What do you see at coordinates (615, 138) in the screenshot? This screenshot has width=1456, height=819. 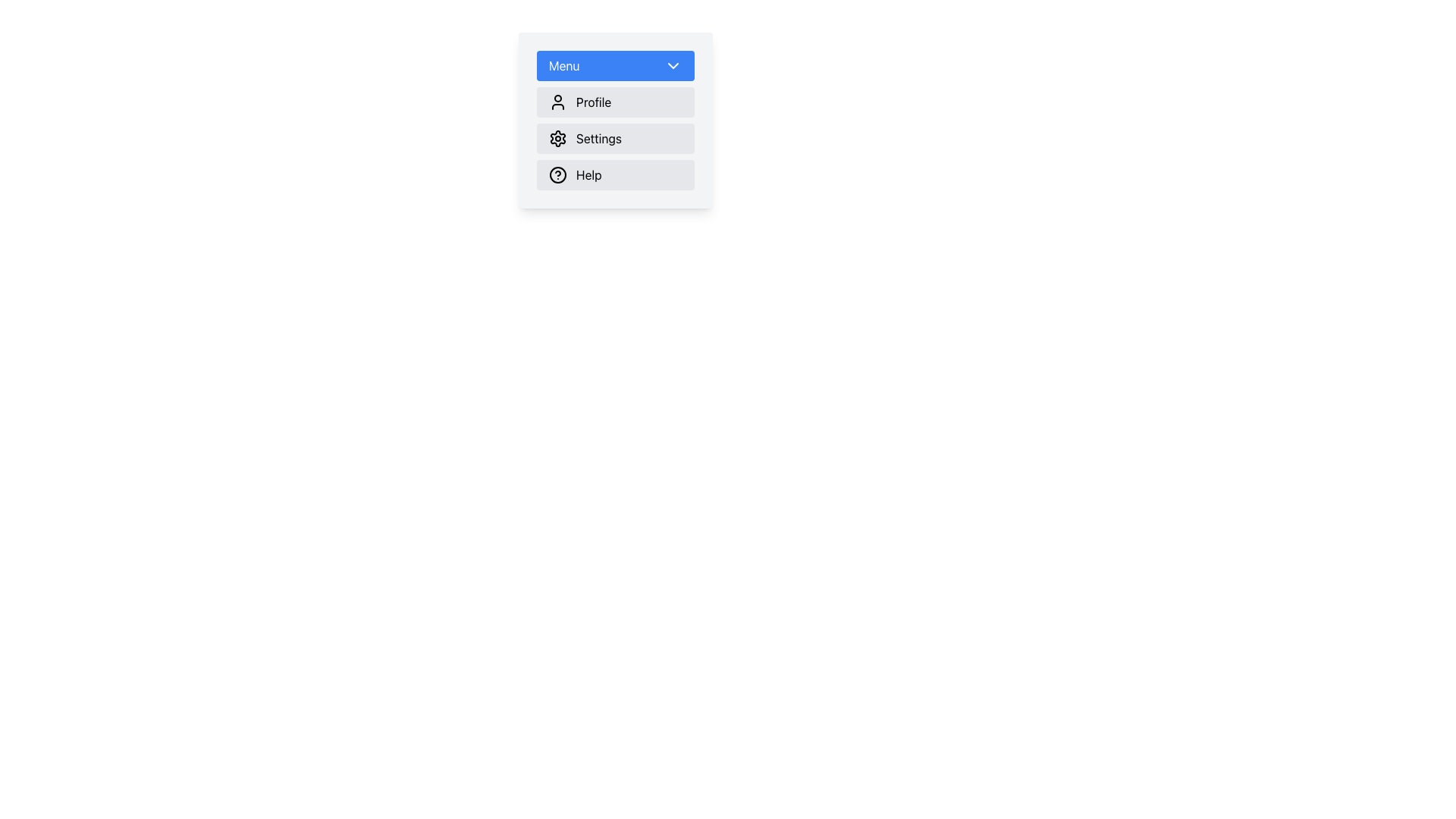 I see `the 'Settings' menu item, which is the second item in the vertical list under the 'Menu' dropdown` at bounding box center [615, 138].